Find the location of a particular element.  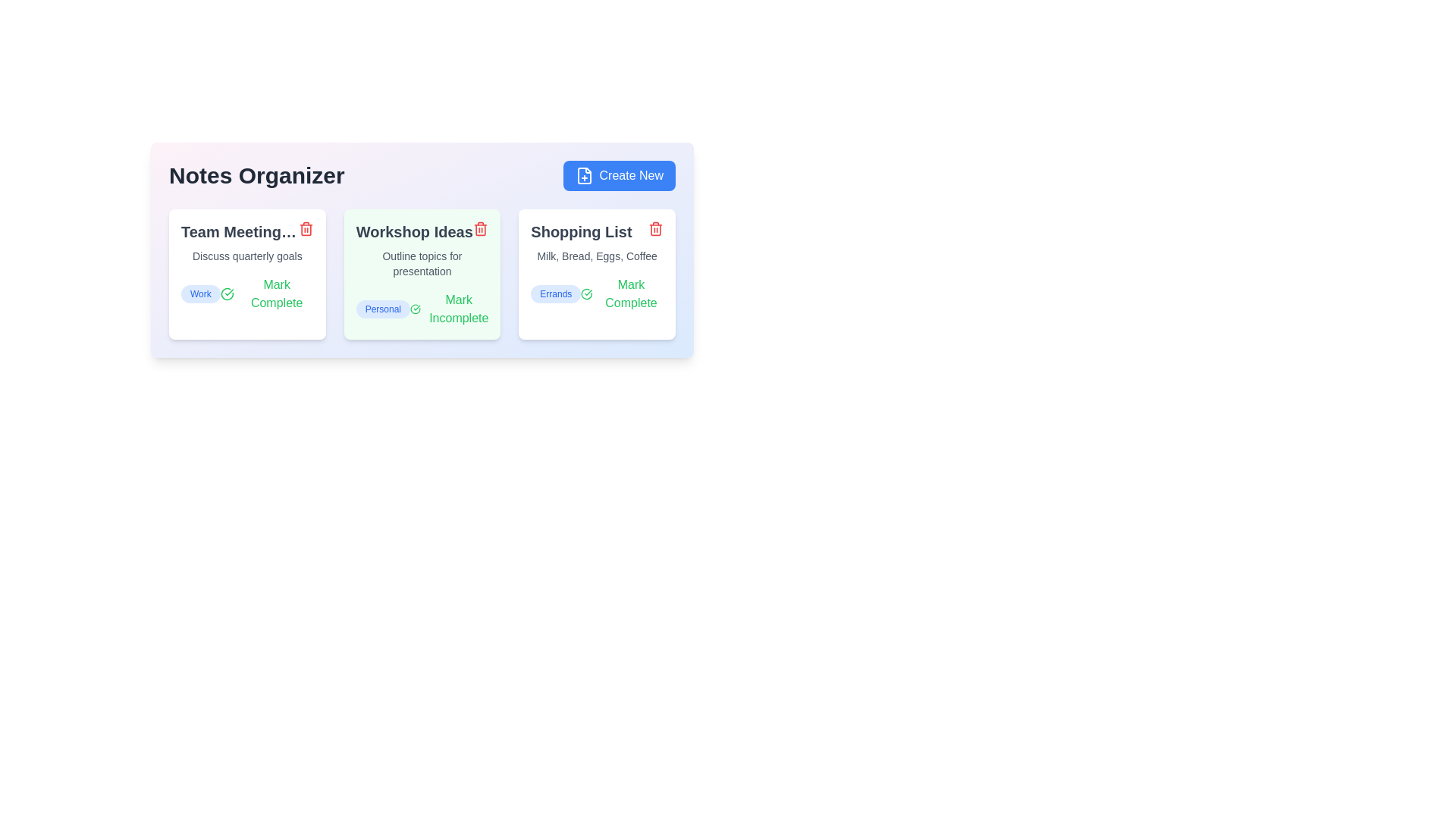

the toggle button for the note titled 'Workshop Ideas' to mark it as complete or incomplete is located at coordinates (450, 309).